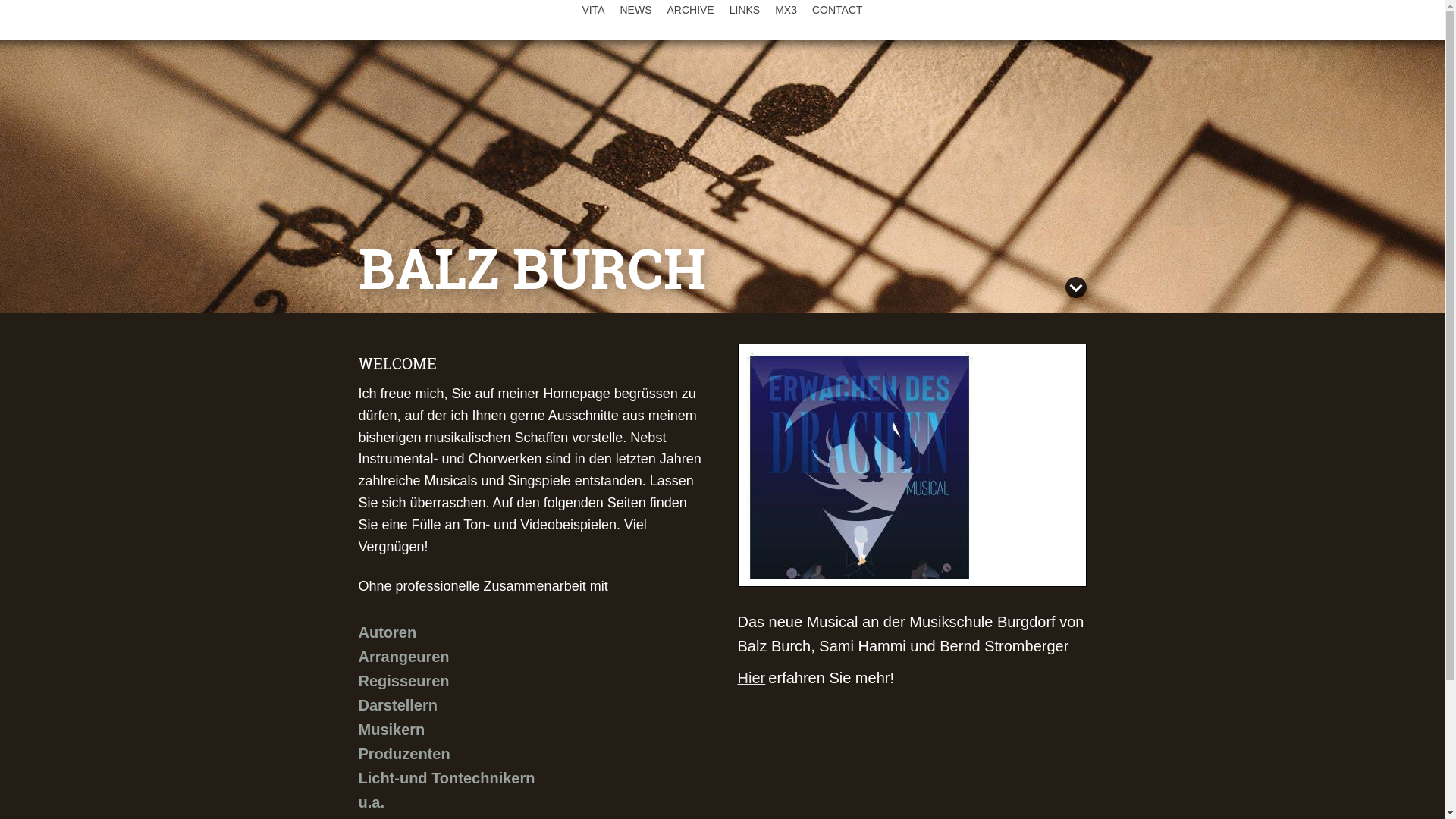  What do you see at coordinates (689, 9) in the screenshot?
I see `'ARCHIVE'` at bounding box center [689, 9].